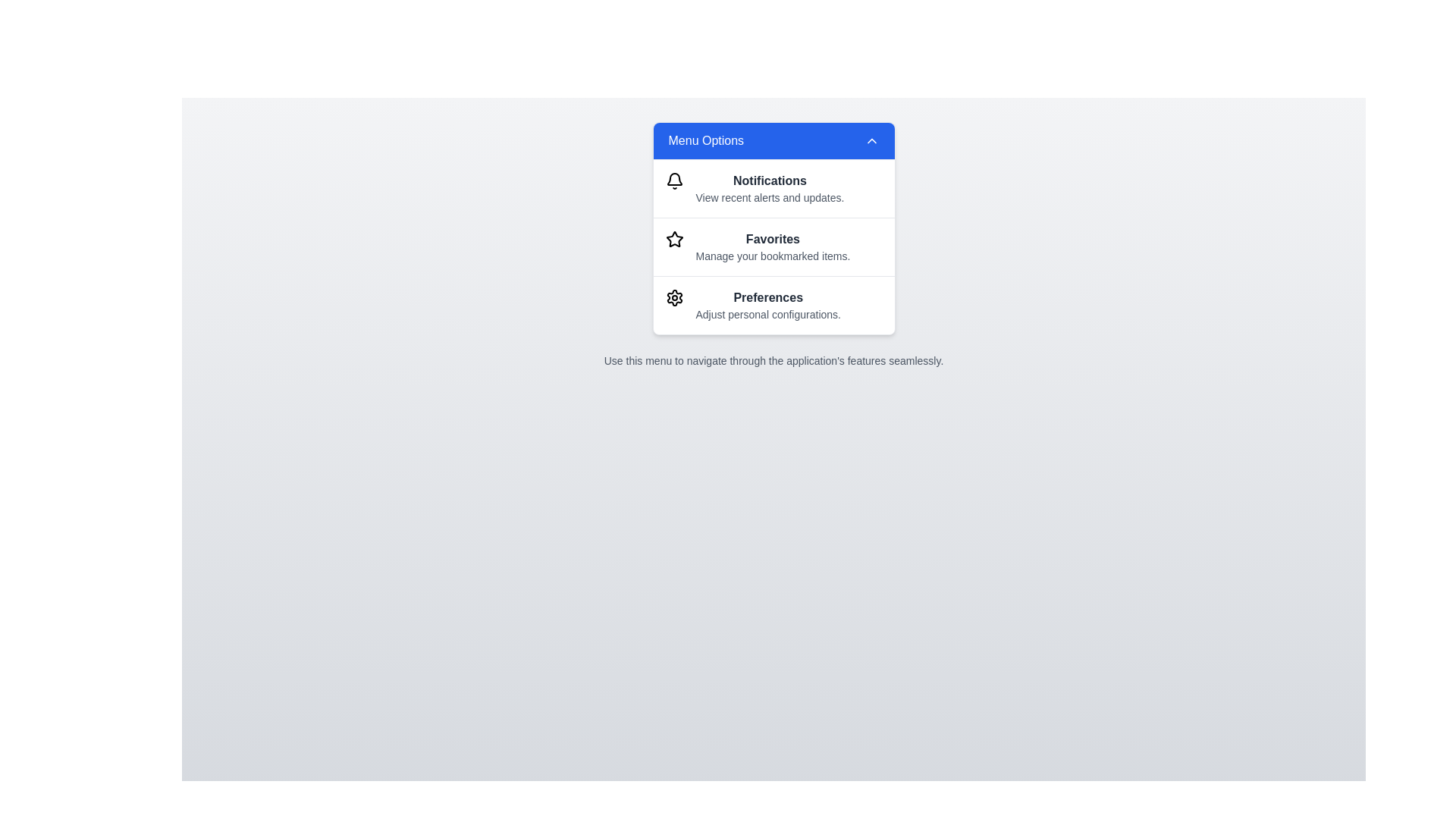 The height and width of the screenshot is (819, 1456). What do you see at coordinates (773, 246) in the screenshot?
I see `the menu option Favorites from the VibrantInteractiveMenu` at bounding box center [773, 246].